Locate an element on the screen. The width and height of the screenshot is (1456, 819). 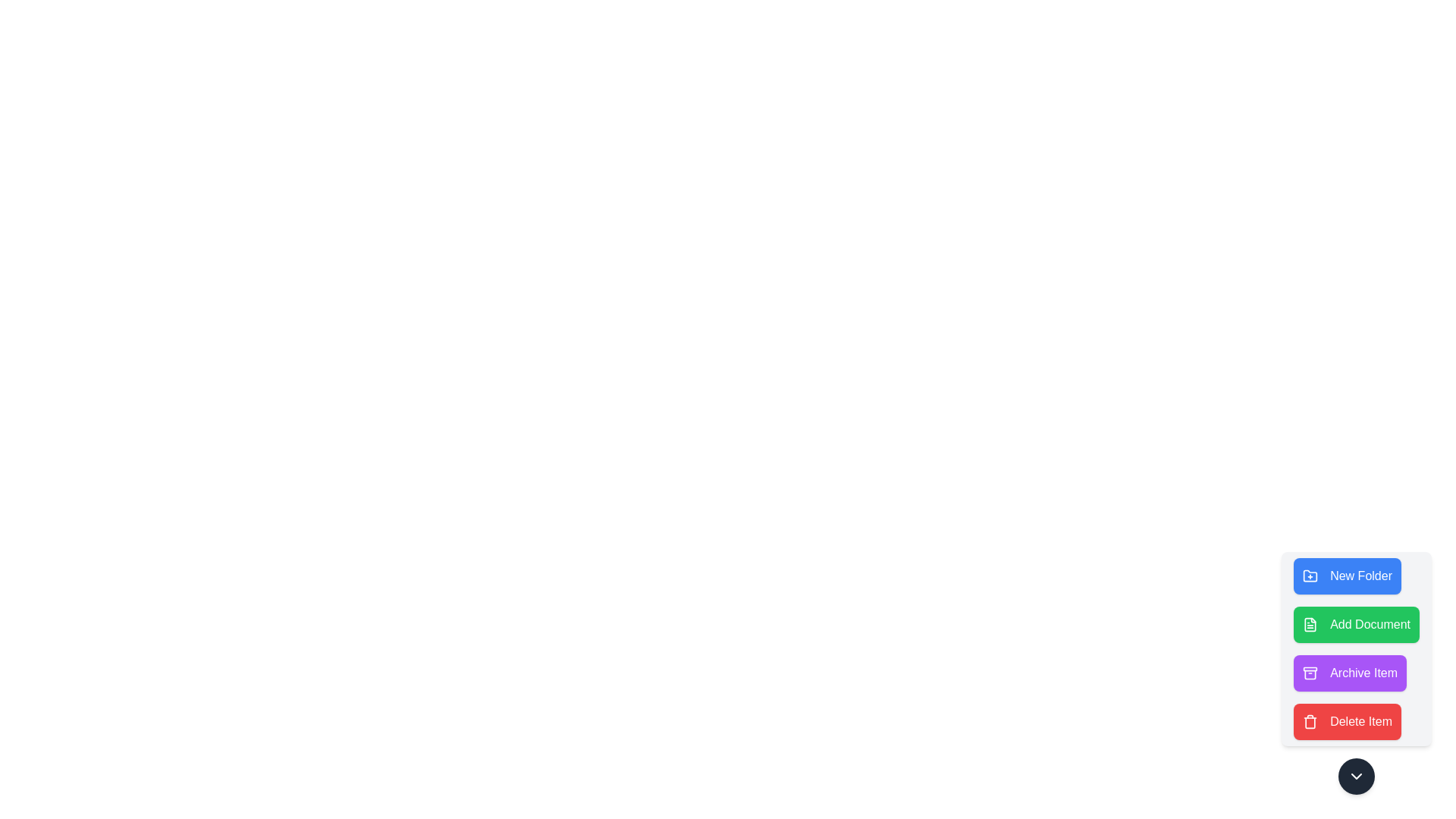
the Archive Item button in the speed dial menu is located at coordinates (1350, 672).